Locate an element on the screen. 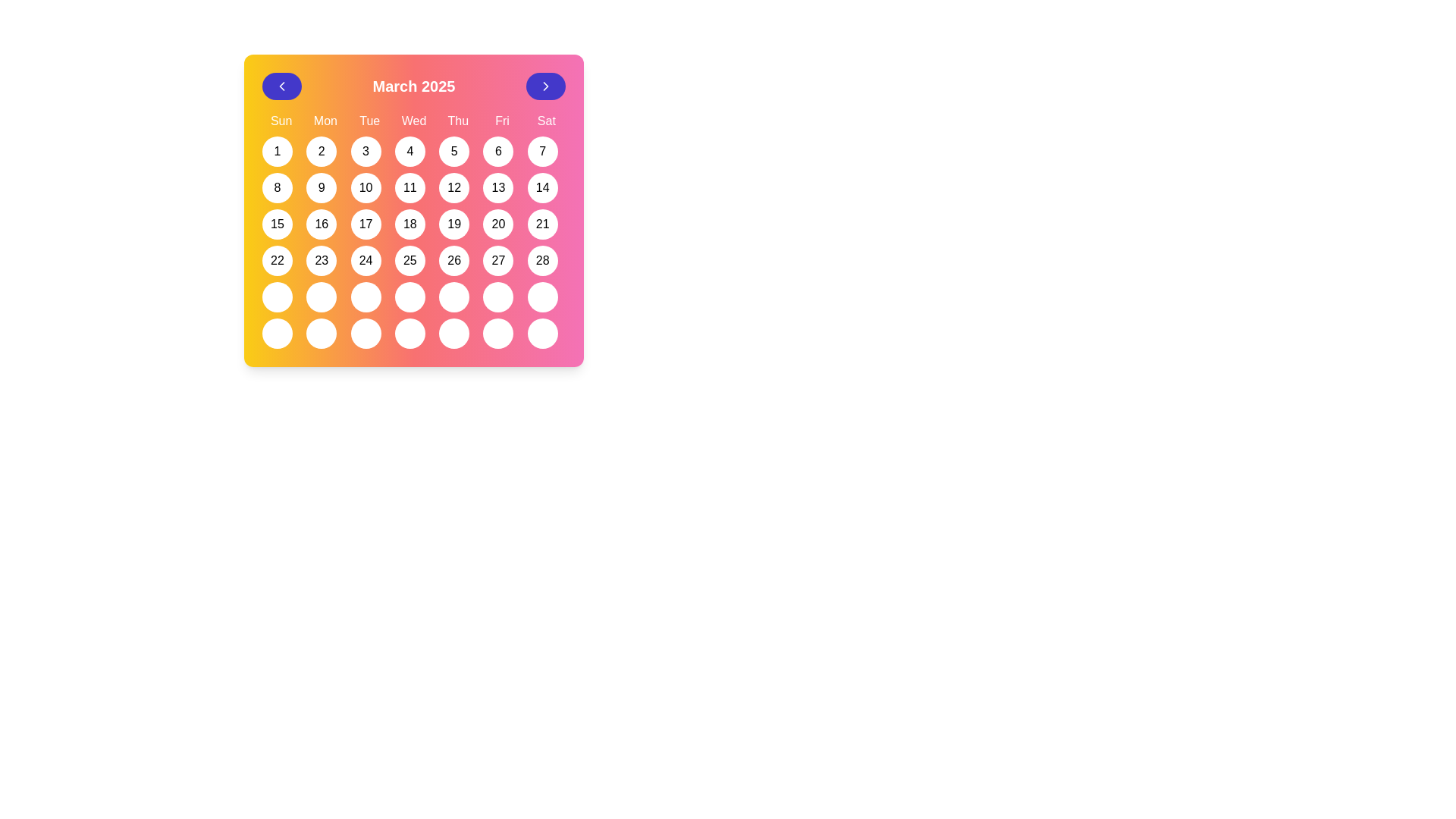 Image resolution: width=1456 pixels, height=819 pixels. the left-facing chevron button with a vibrant indigo background located on the left side of the header section in the calendar interface, adjacent to the 'March 2025' text is located at coordinates (282, 86).